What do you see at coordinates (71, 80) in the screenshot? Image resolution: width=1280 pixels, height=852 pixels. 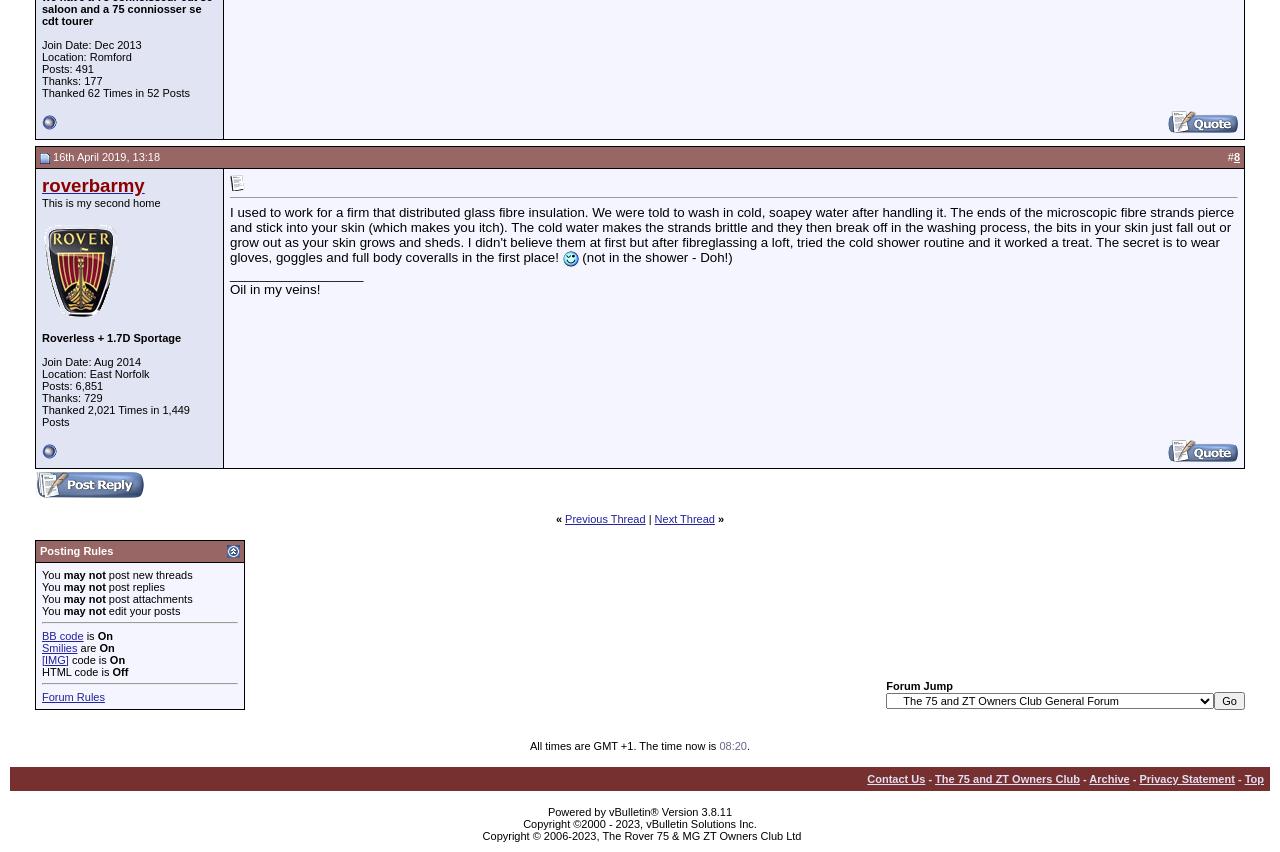 I see `'Thanks: 177'` at bounding box center [71, 80].